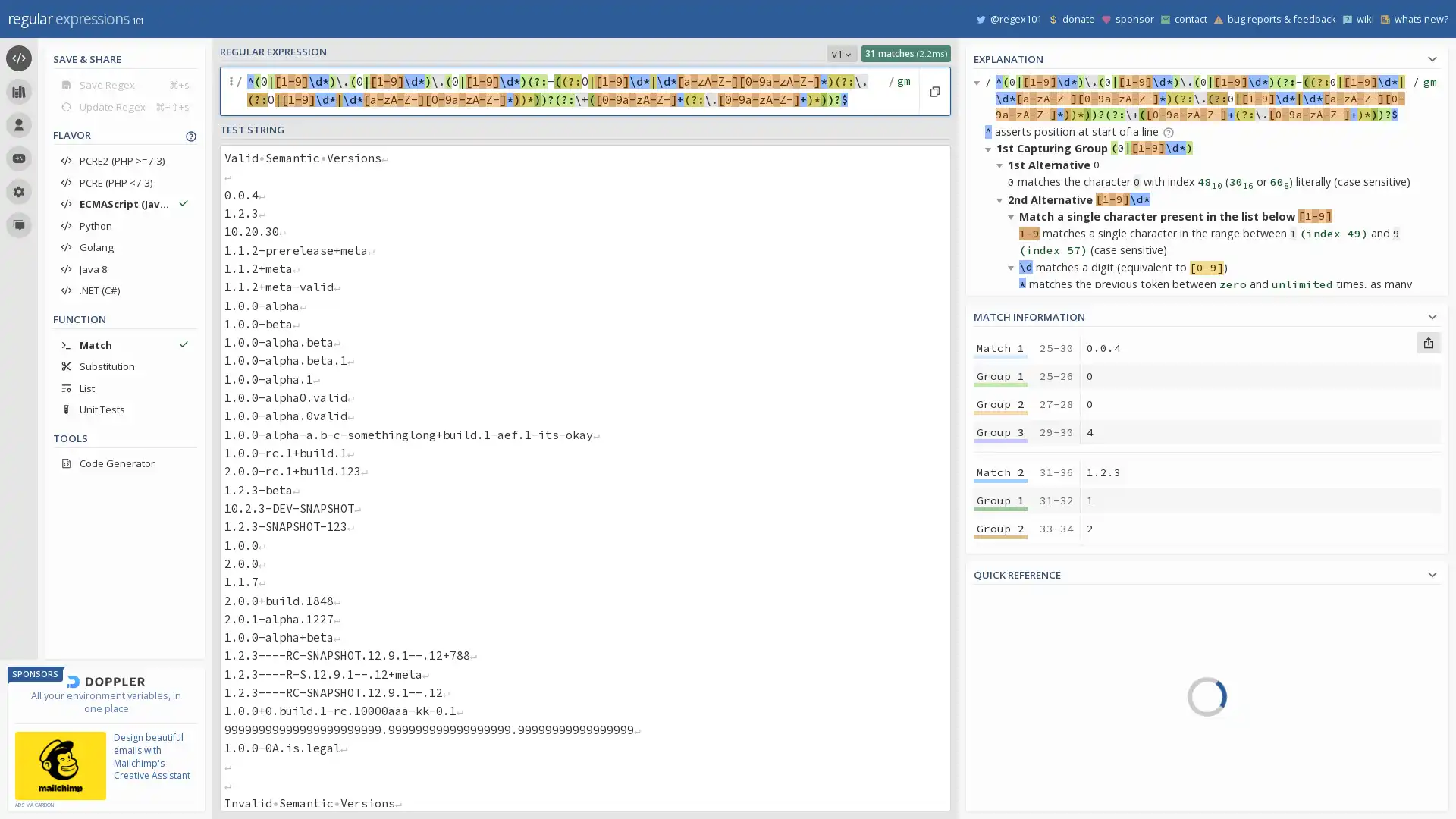 The image size is (1456, 819). Describe the element at coordinates (1013, 455) in the screenshot. I see `Collapse Subtree` at that location.